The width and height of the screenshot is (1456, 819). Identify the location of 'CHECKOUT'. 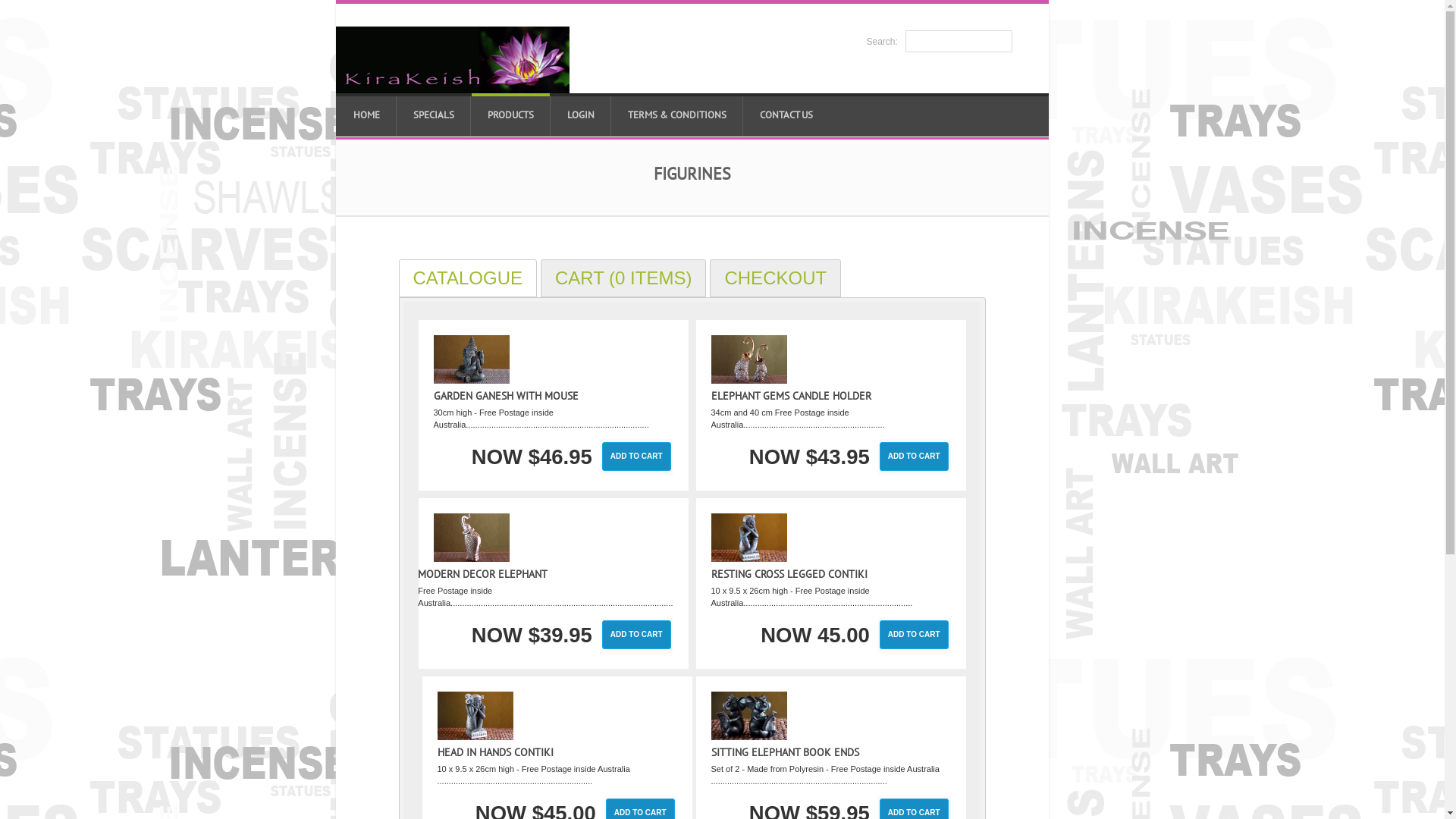
(775, 278).